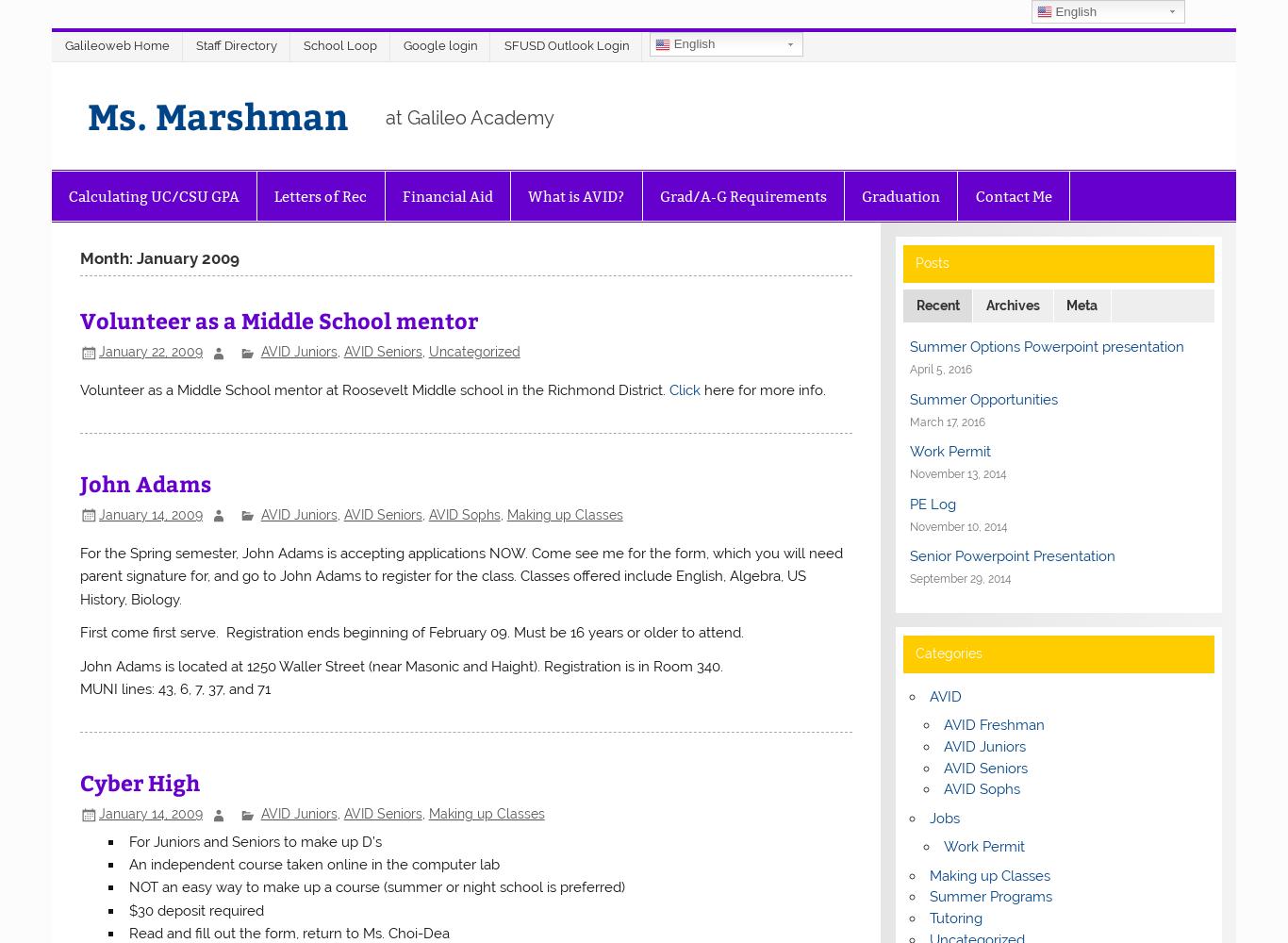  What do you see at coordinates (929, 695) in the screenshot?
I see `'AVID'` at bounding box center [929, 695].